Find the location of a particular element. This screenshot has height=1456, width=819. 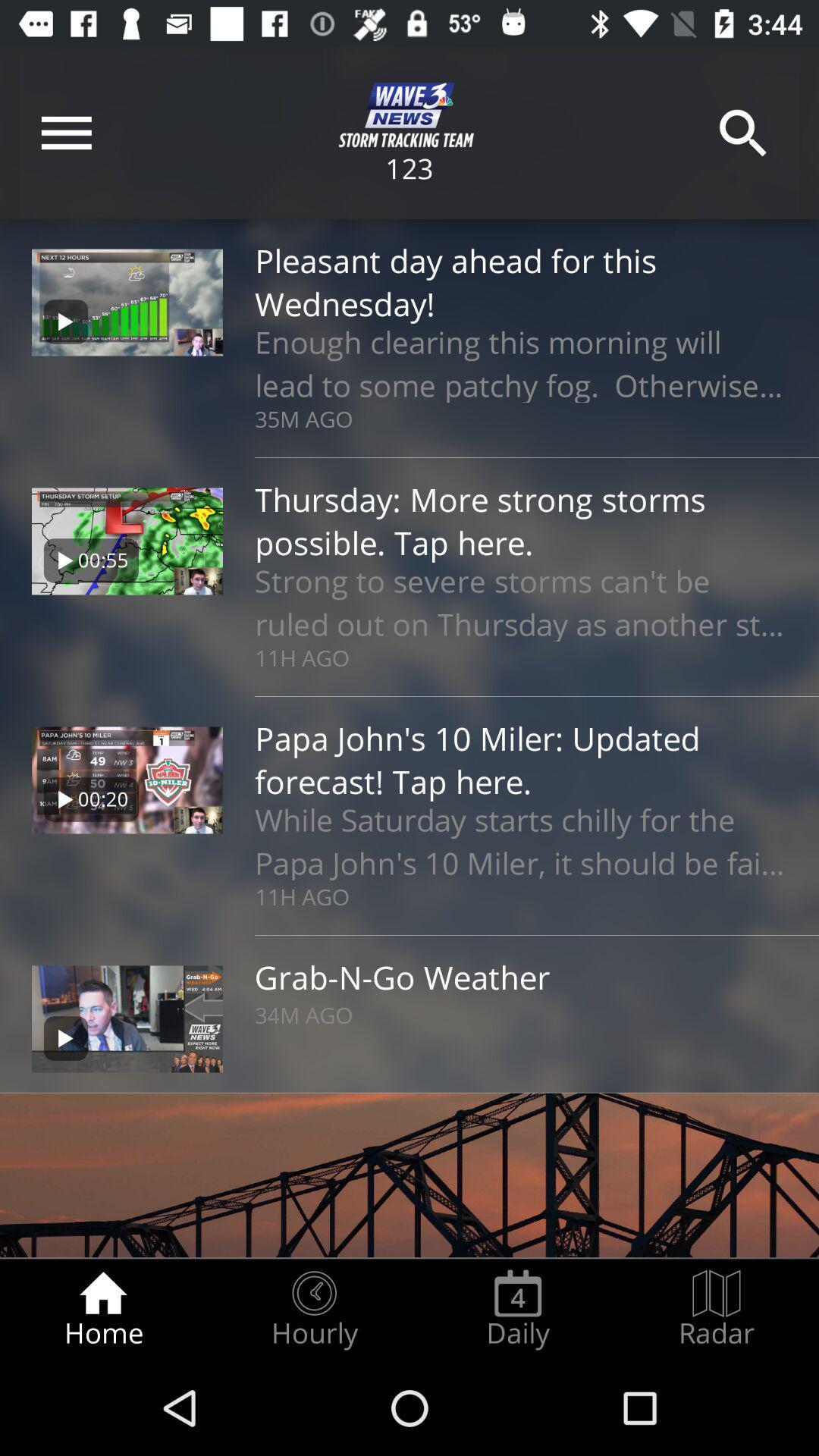

item to the left of the hourly radio button is located at coordinates (102, 1309).